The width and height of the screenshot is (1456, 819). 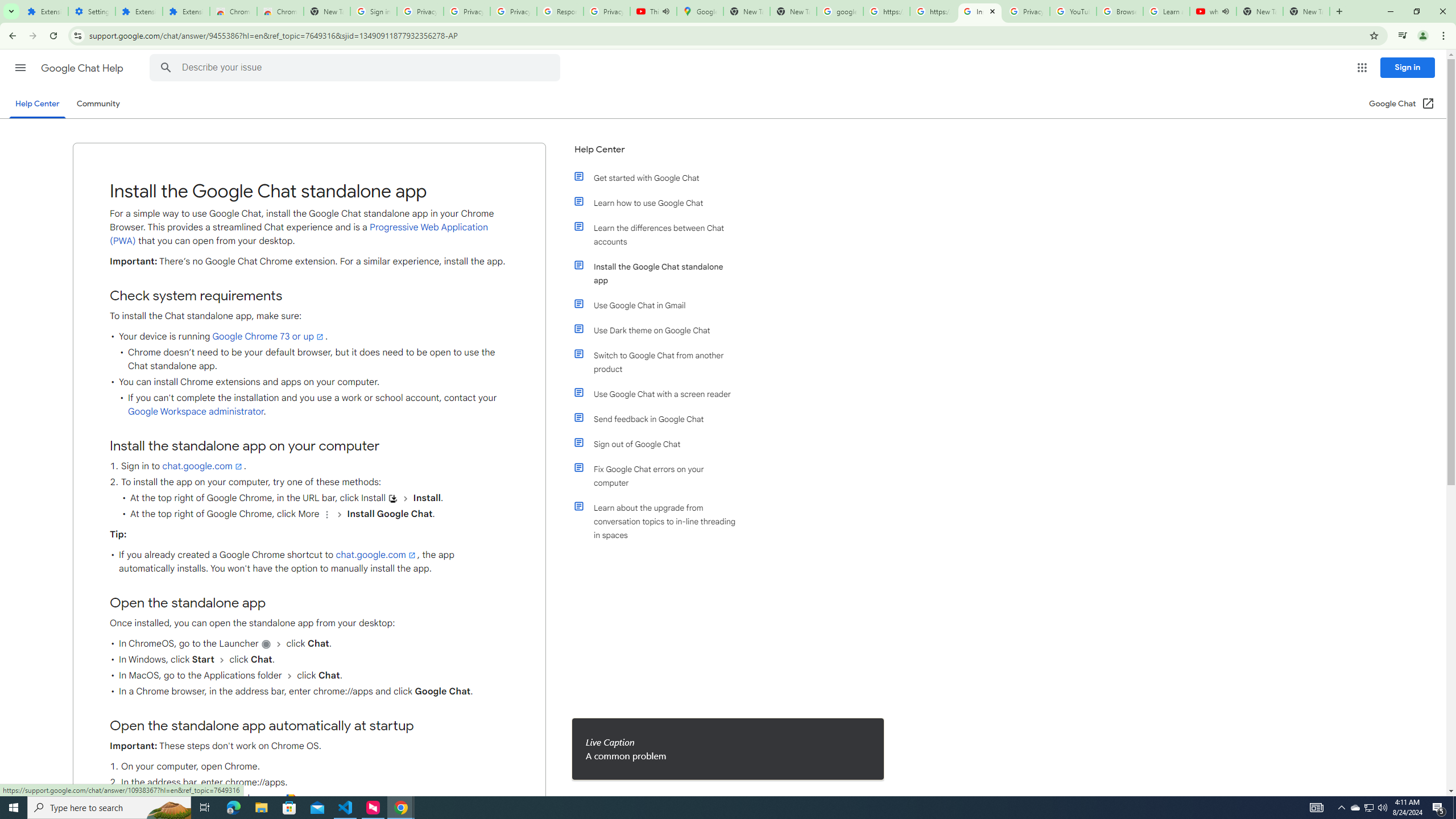 What do you see at coordinates (661, 202) in the screenshot?
I see `'Learn how to use Google Chat'` at bounding box center [661, 202].